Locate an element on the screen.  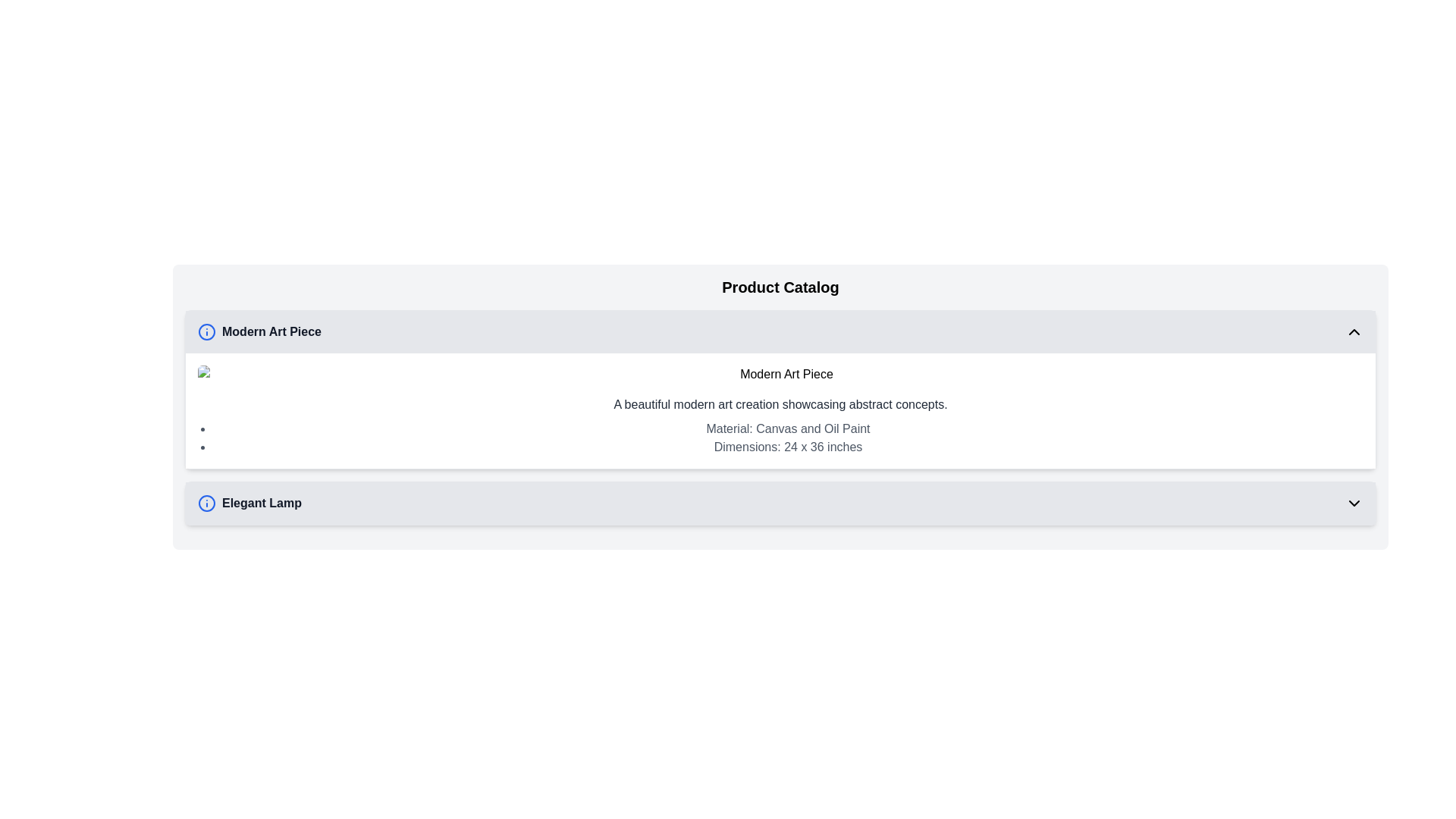
the blue circular information icon with an 'i' symbol is located at coordinates (206, 331).